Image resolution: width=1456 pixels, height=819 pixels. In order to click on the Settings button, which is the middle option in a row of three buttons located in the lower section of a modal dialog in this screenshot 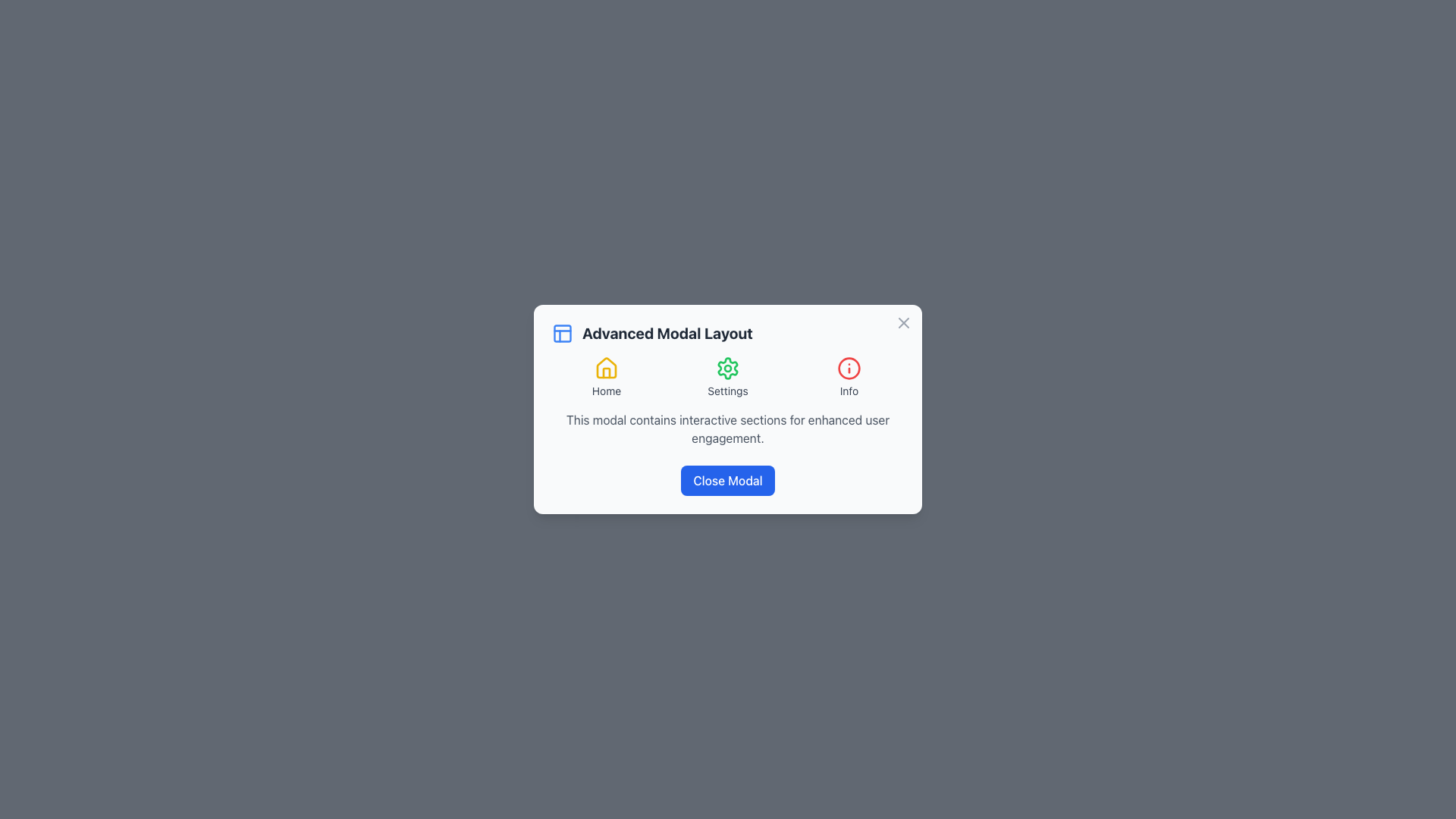, I will do `click(728, 376)`.